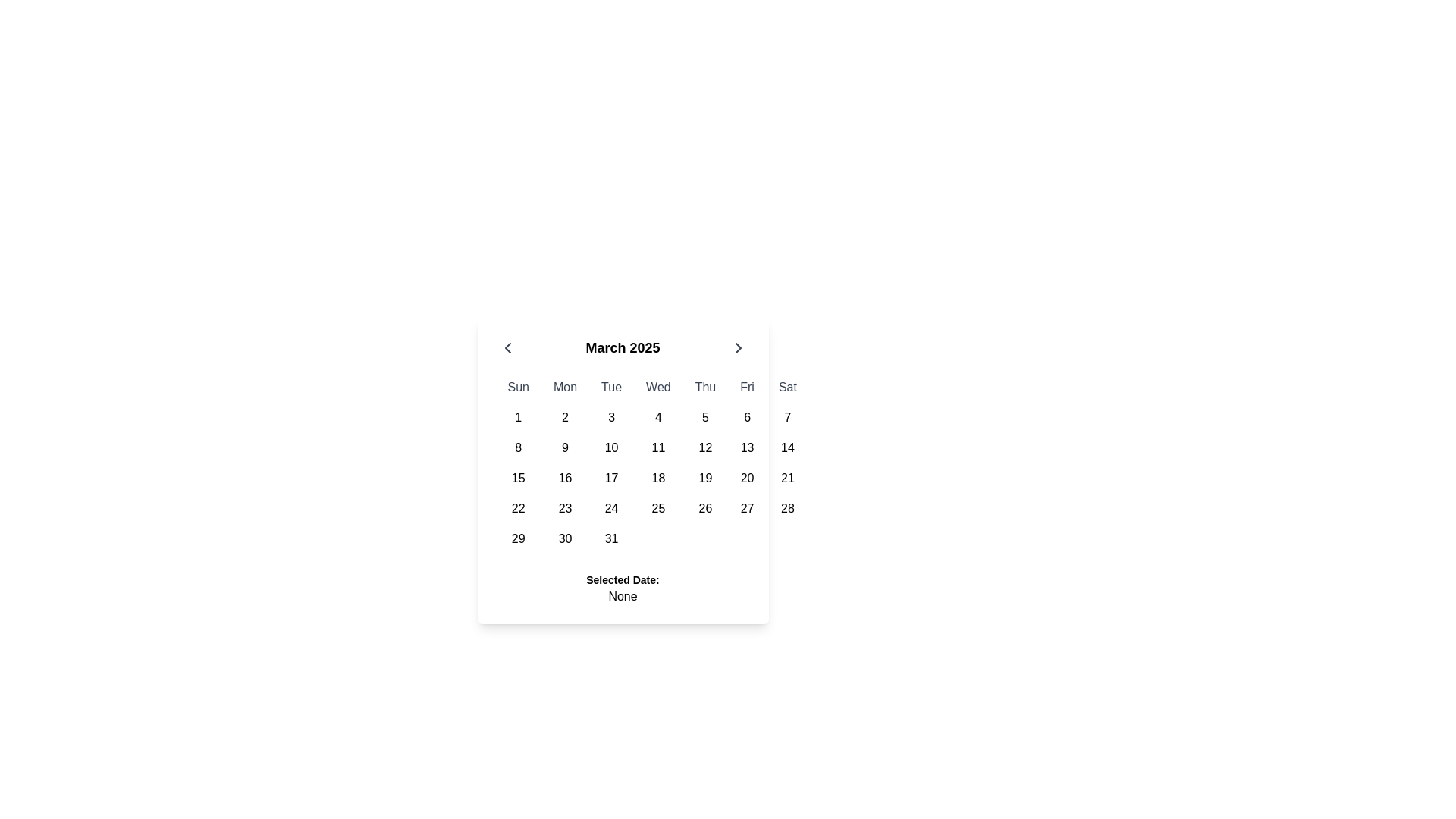 This screenshot has width=1456, height=819. Describe the element at coordinates (518, 509) in the screenshot. I see `the date '22' button in the March 2025 calendar` at that location.